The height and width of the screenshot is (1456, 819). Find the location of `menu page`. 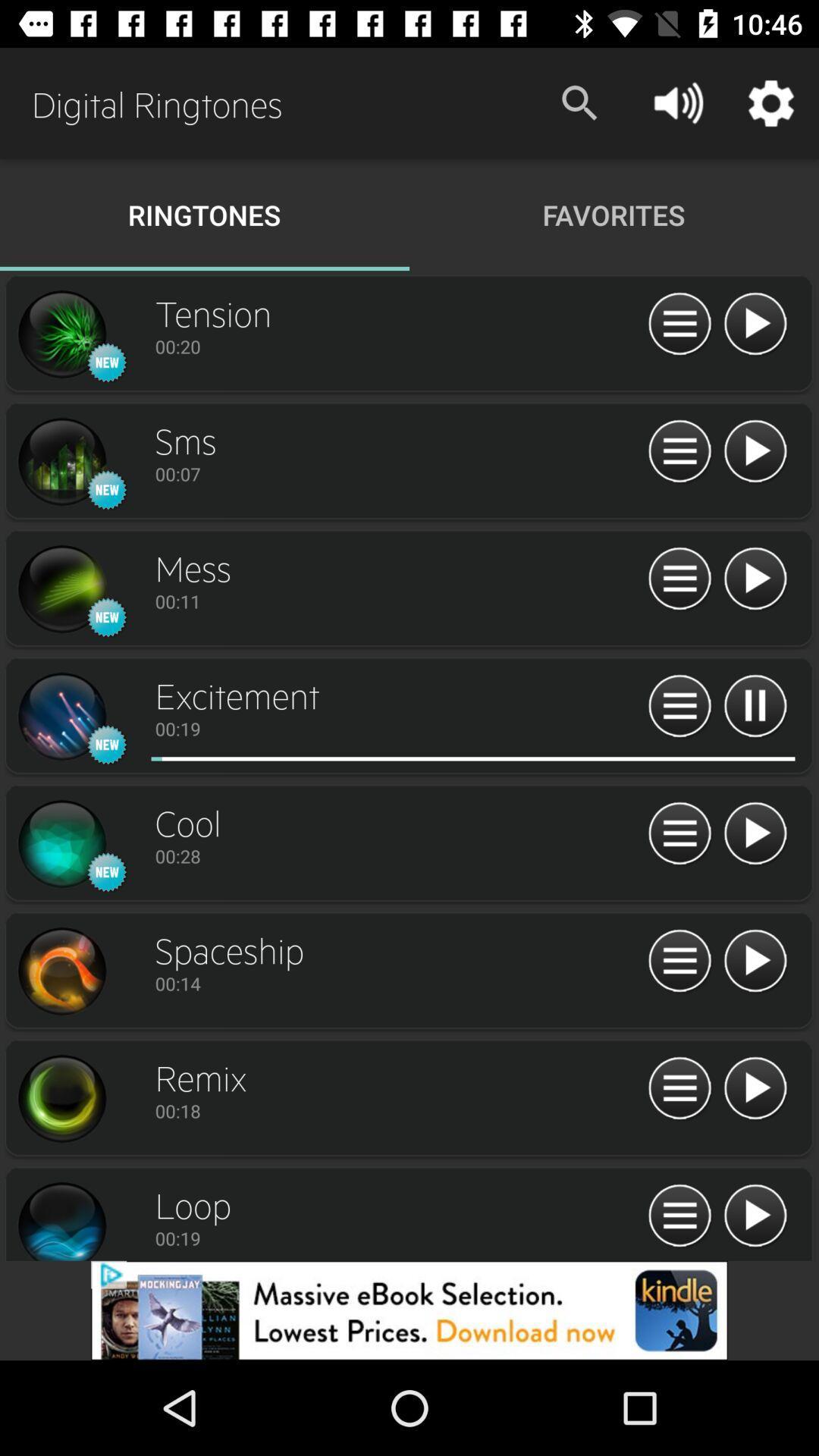

menu page is located at coordinates (679, 1088).